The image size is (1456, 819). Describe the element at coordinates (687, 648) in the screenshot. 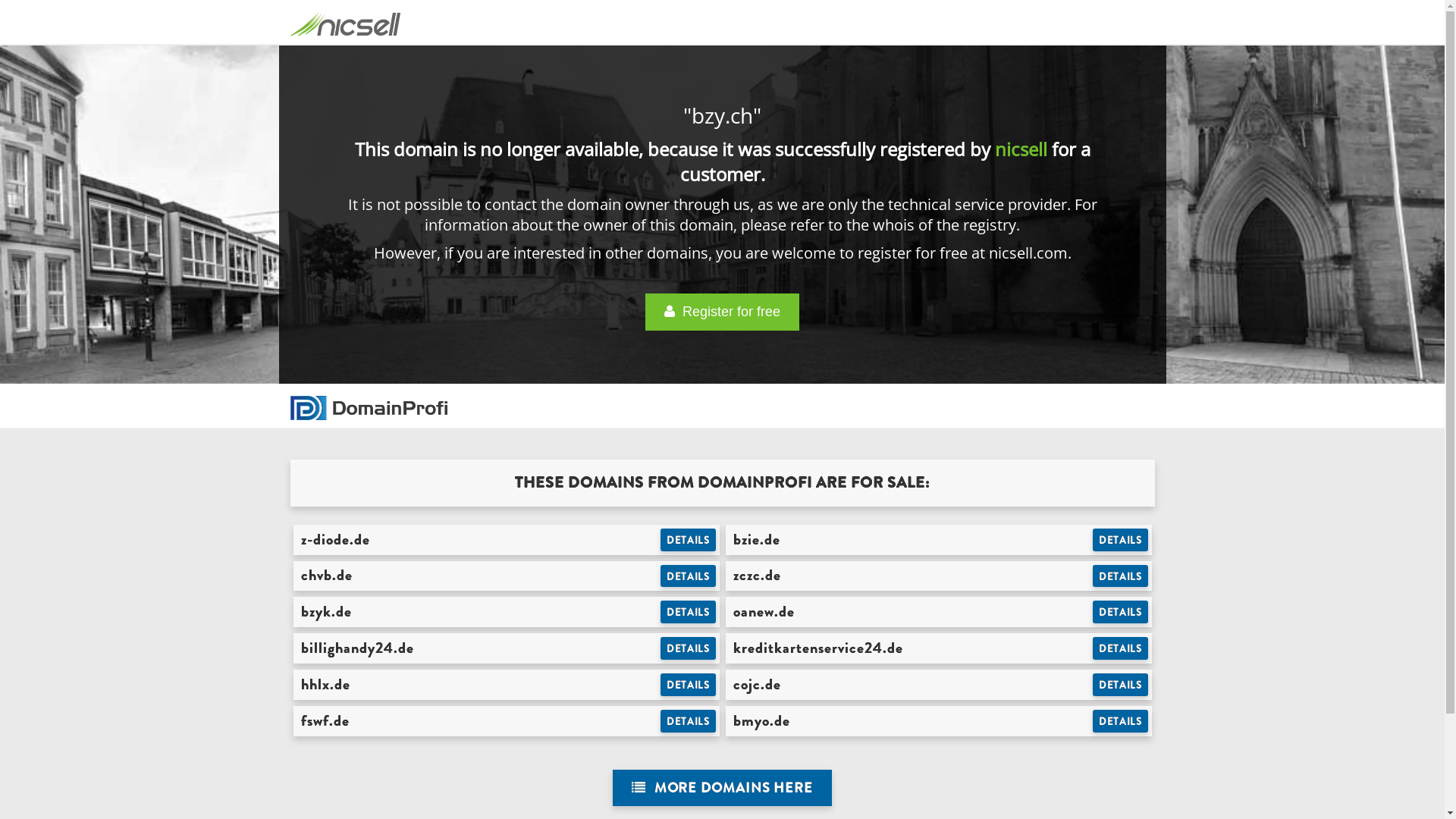

I see `'DETAILS'` at that location.